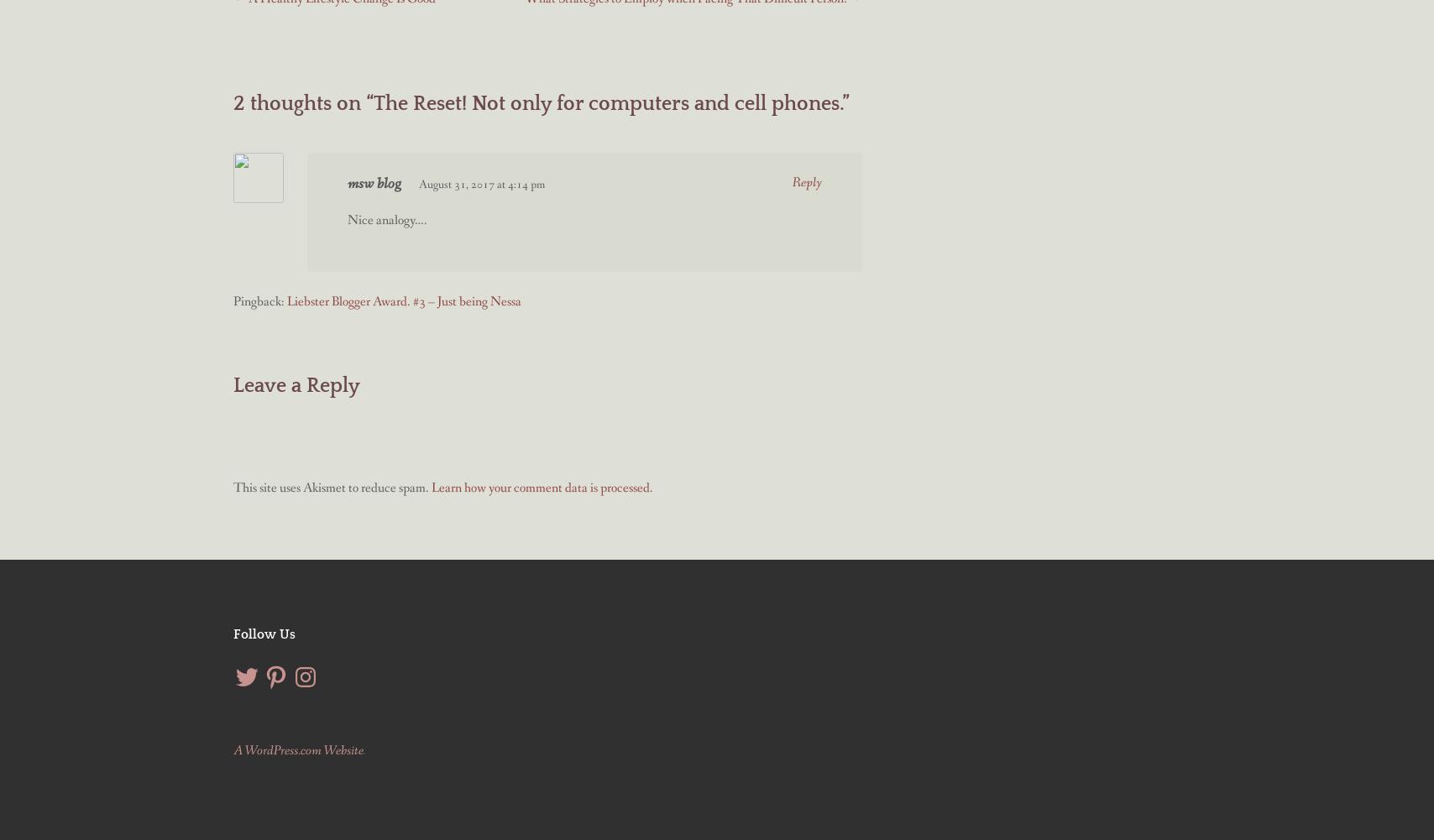 Image resolution: width=1434 pixels, height=840 pixels. What do you see at coordinates (286, 300) in the screenshot?
I see `'Liebster Blogger Award. #3 – Just being Nessa'` at bounding box center [286, 300].